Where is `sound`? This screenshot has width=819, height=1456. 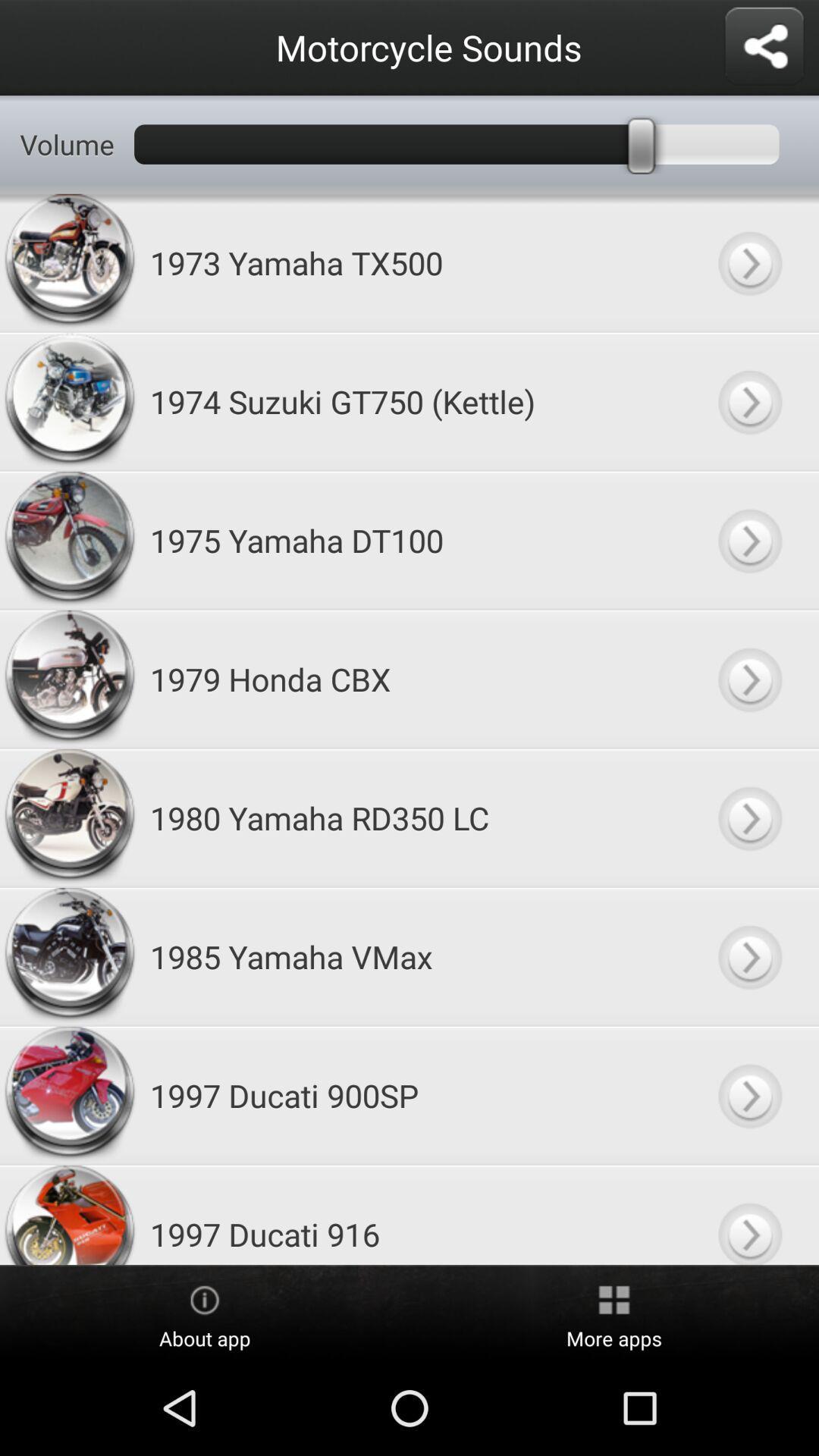 sound is located at coordinates (748, 262).